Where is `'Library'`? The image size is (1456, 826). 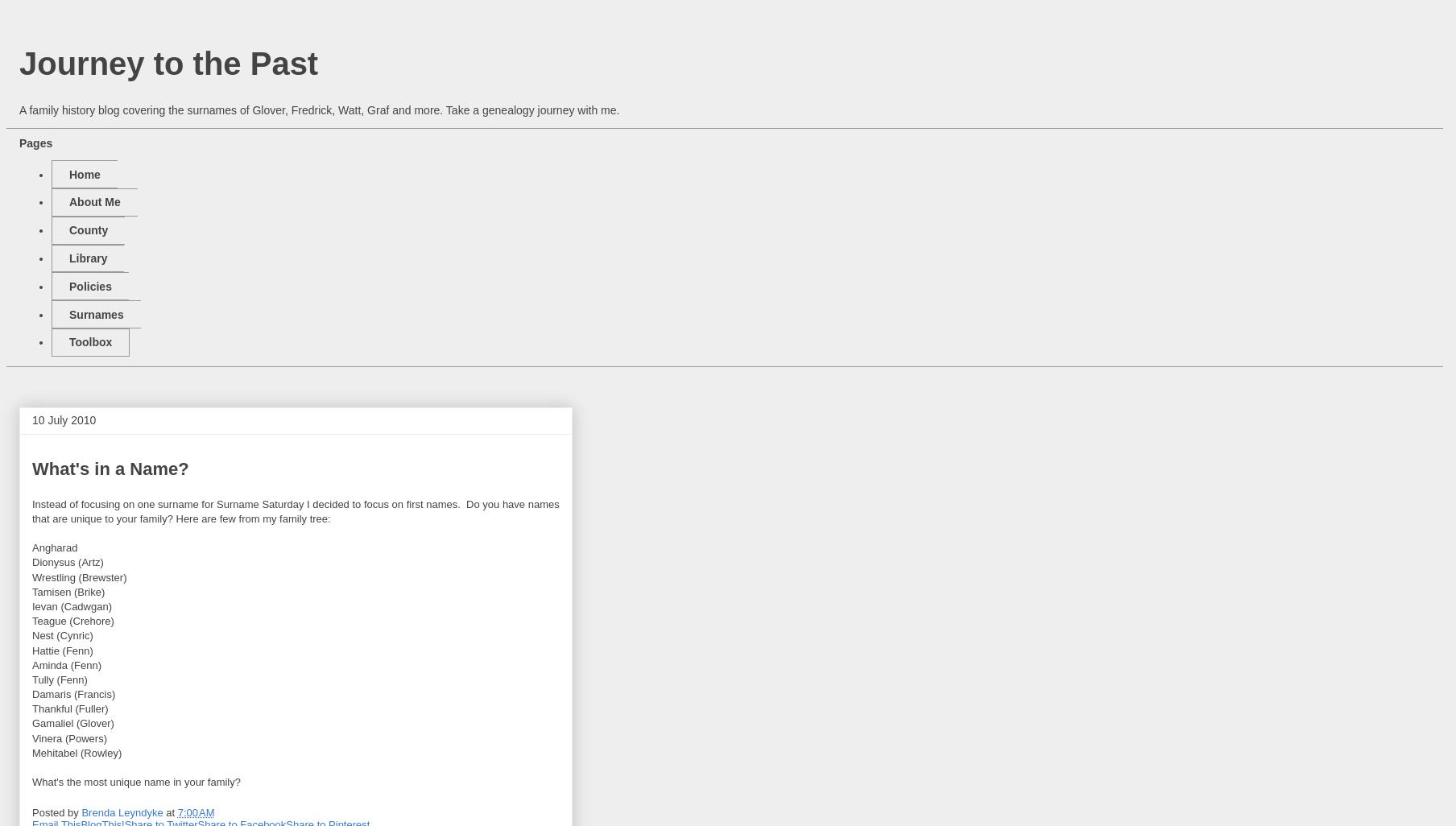
'Library' is located at coordinates (87, 258).